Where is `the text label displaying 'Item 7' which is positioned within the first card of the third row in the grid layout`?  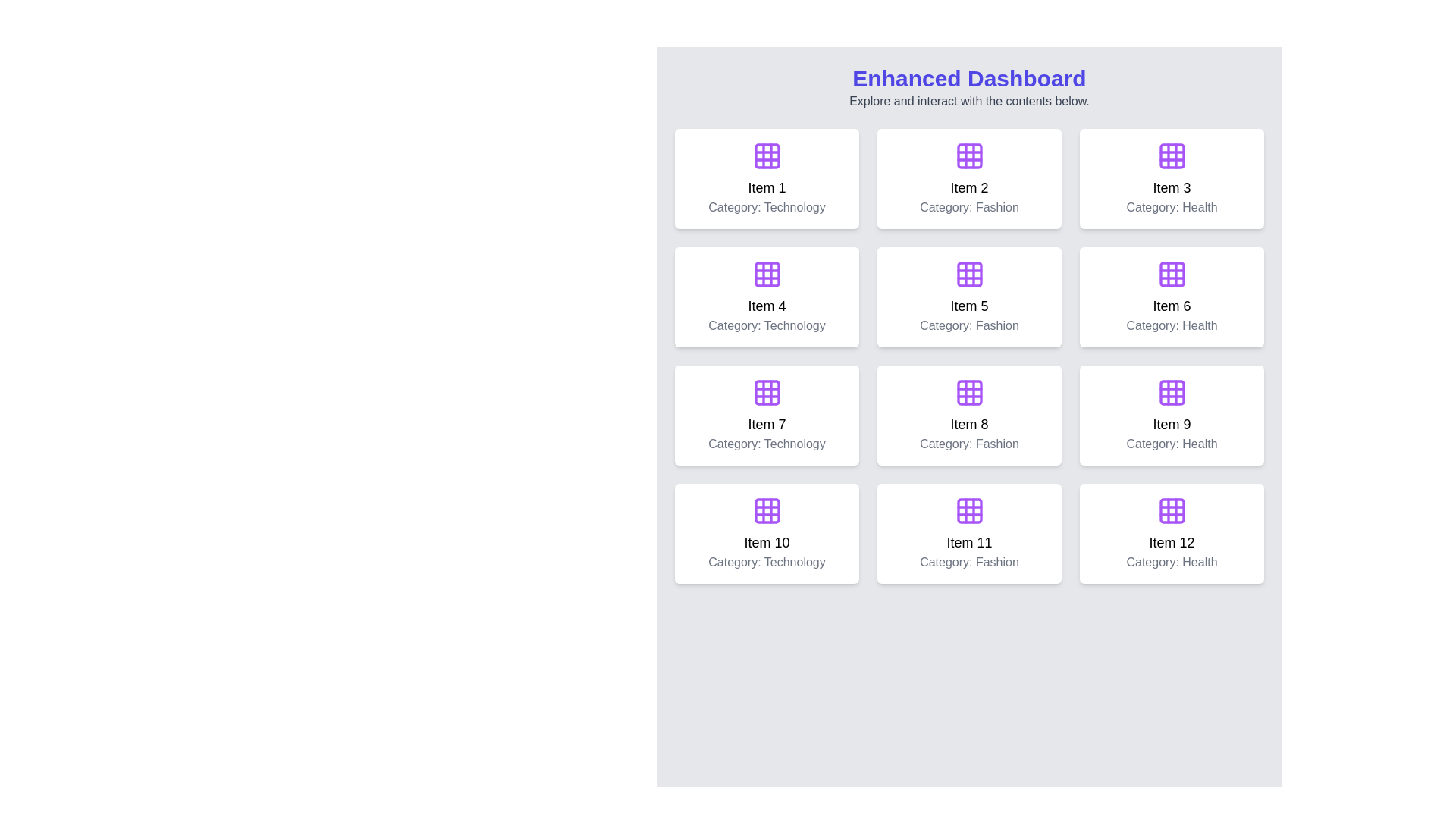
the text label displaying 'Item 7' which is positioned within the first card of the third row in the grid layout is located at coordinates (767, 424).